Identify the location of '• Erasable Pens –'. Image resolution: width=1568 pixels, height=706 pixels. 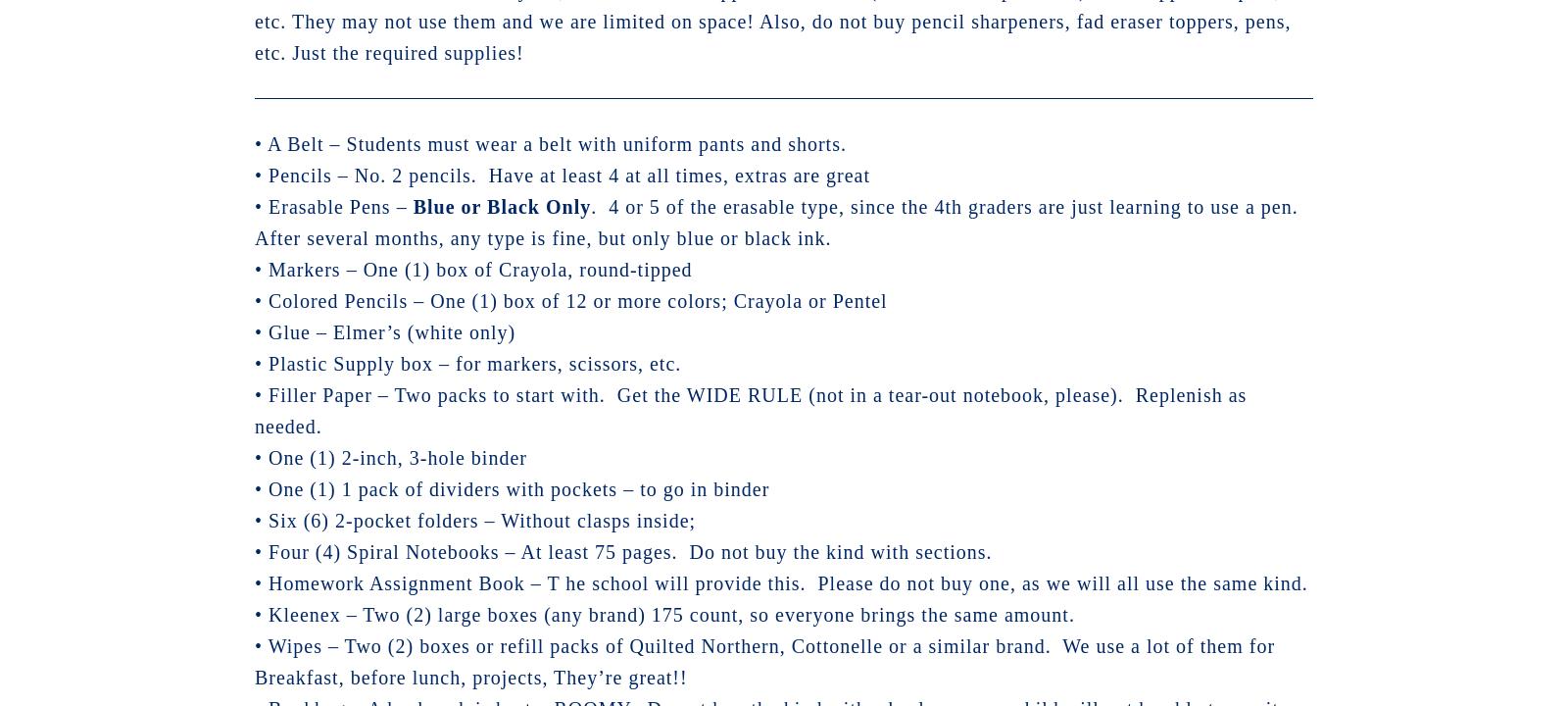
(333, 206).